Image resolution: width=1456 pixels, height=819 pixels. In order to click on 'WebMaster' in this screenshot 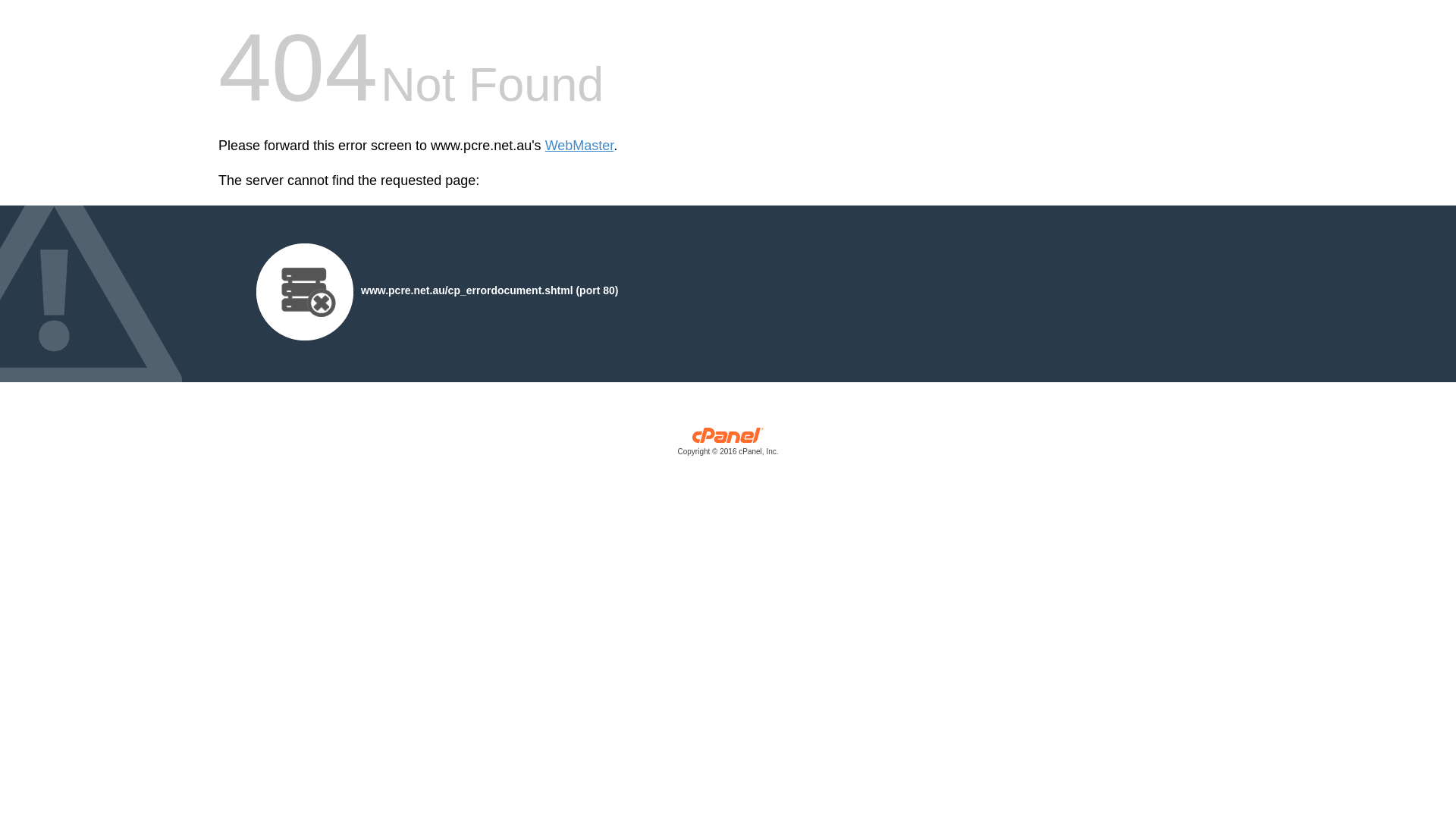, I will do `click(579, 146)`.